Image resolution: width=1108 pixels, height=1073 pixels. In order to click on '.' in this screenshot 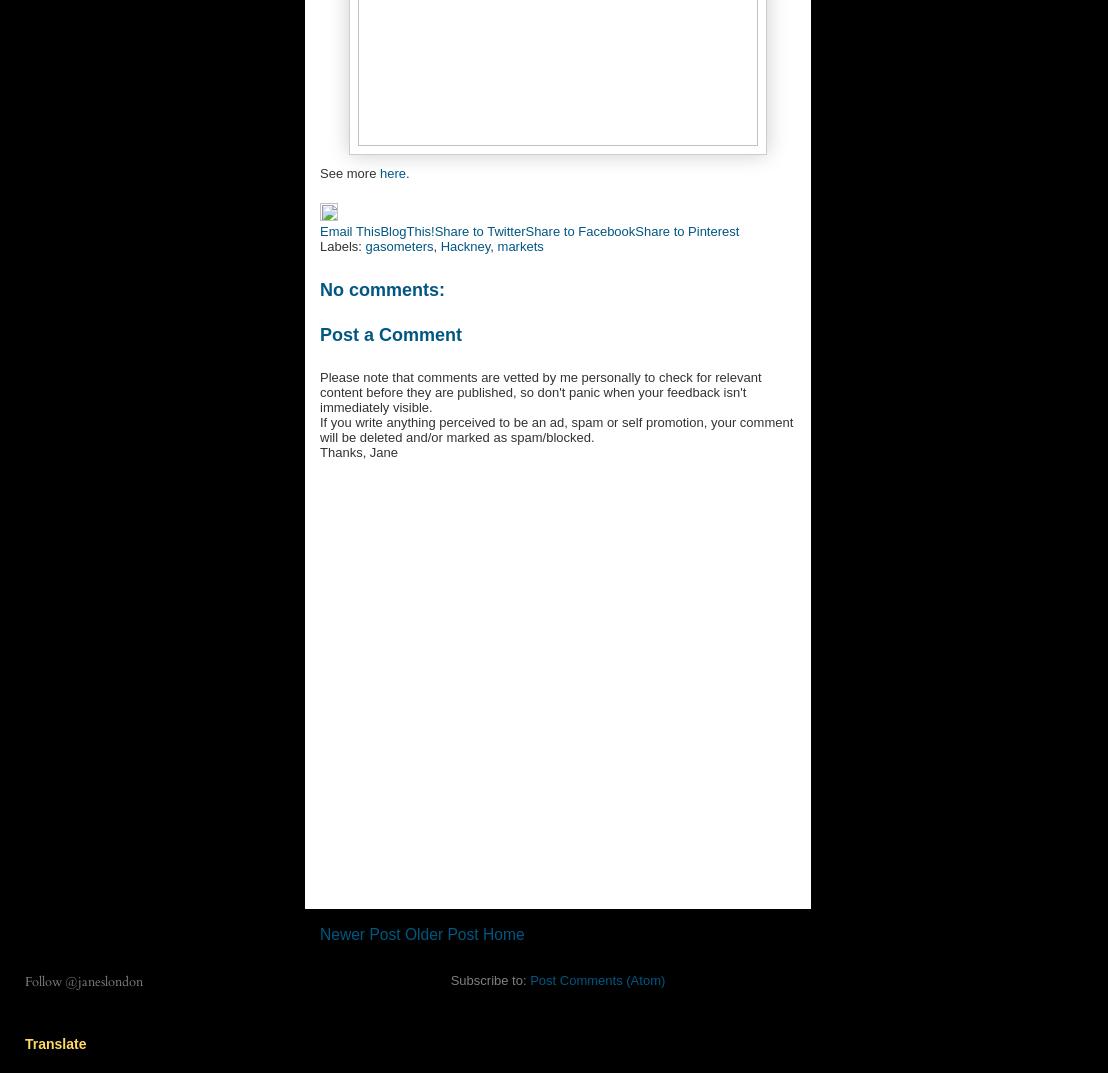, I will do `click(407, 172)`.